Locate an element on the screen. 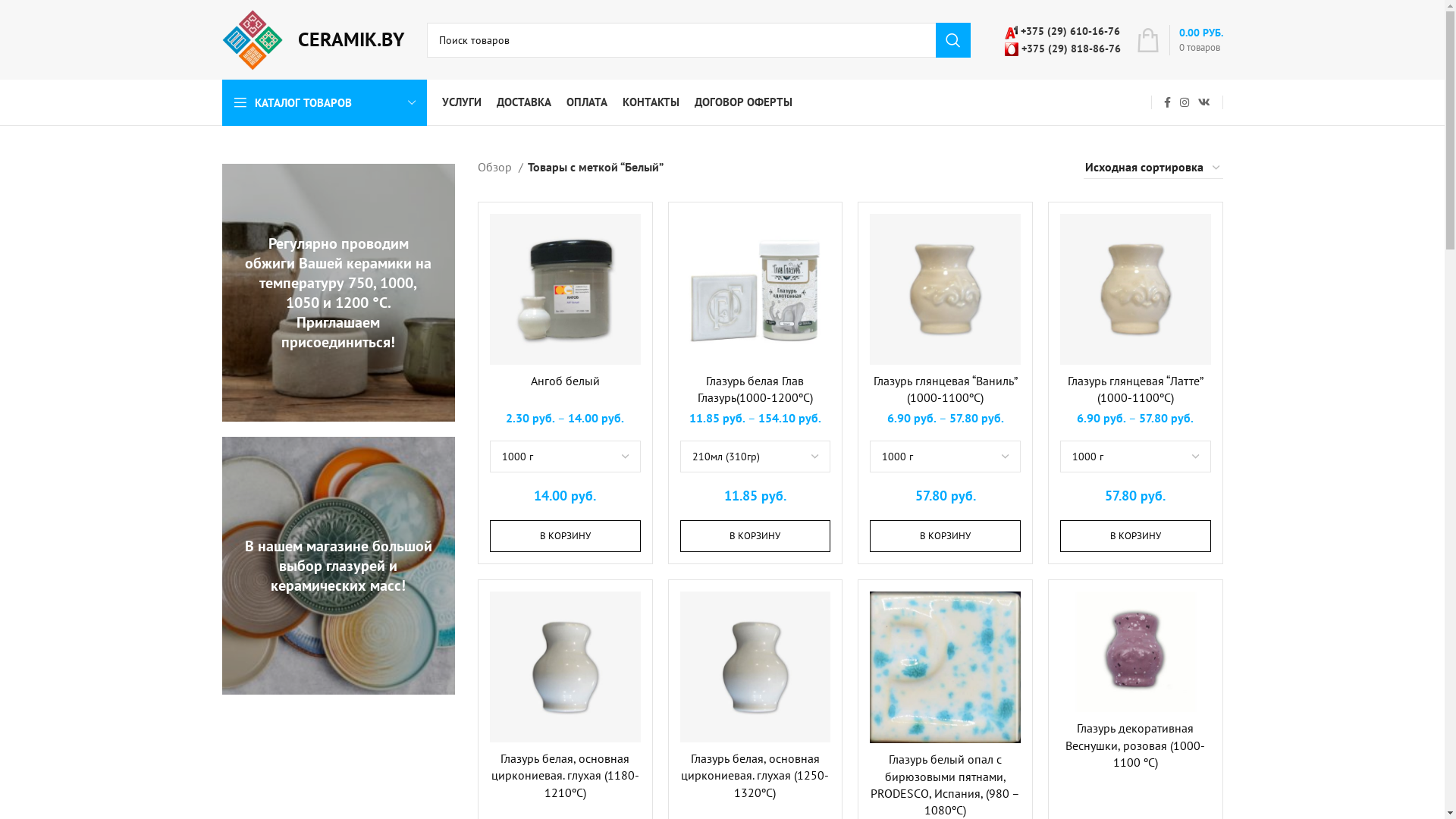  'SEARCH' is located at coordinates (952, 39).